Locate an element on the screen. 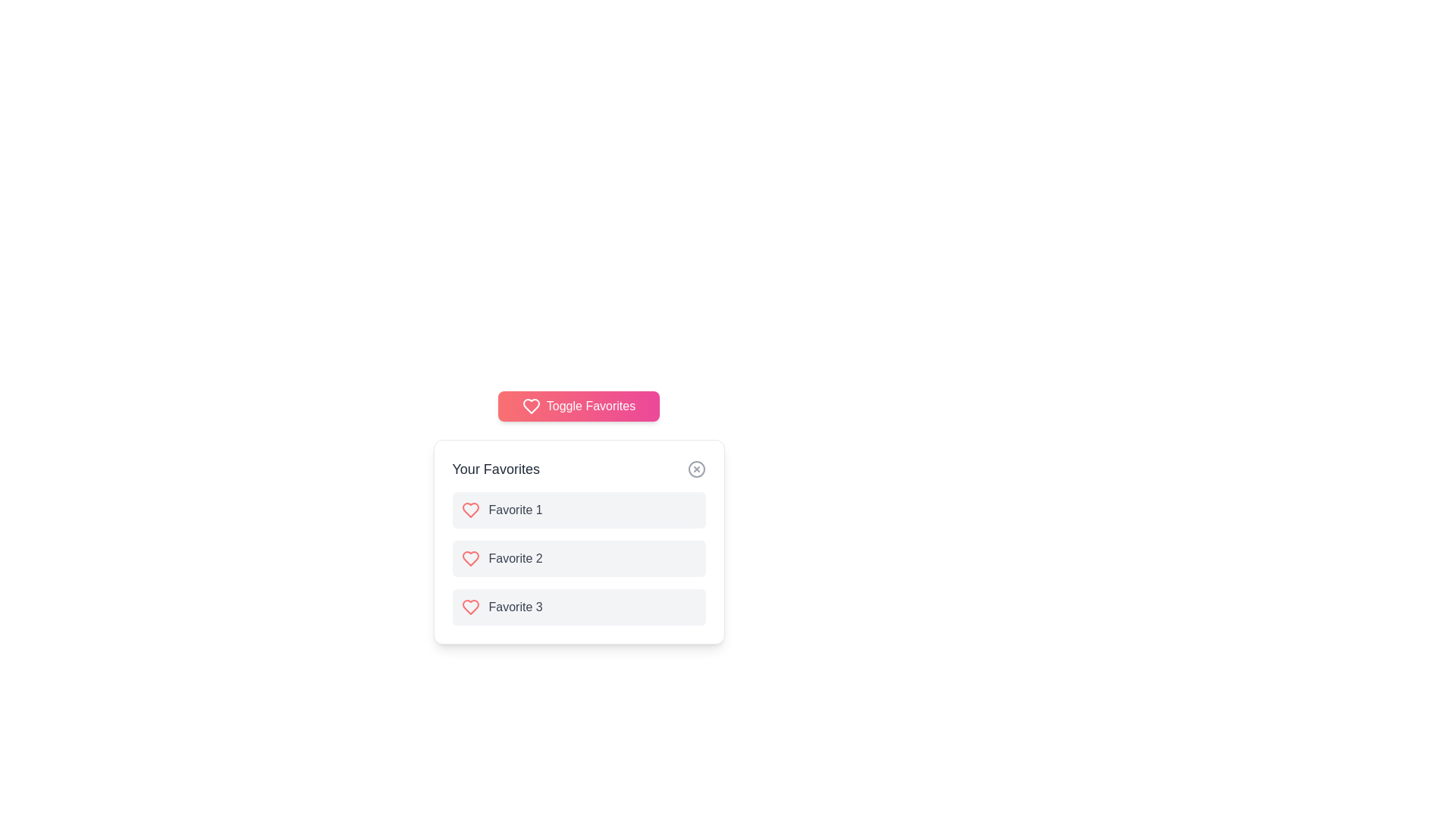 The width and height of the screenshot is (1456, 819). the 'Toggle Favorites' button is located at coordinates (578, 406).